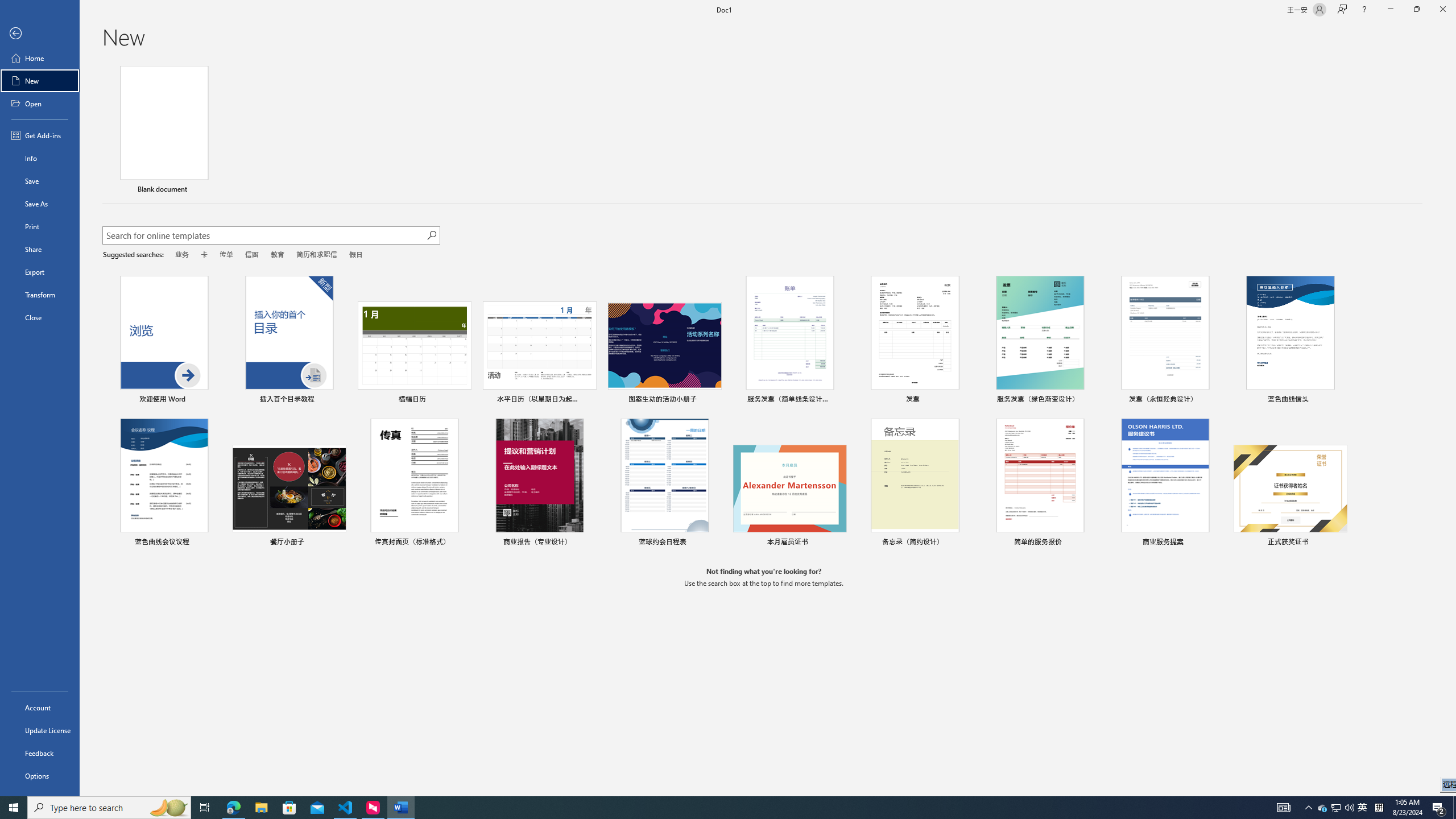  I want to click on 'Open', so click(39, 102).